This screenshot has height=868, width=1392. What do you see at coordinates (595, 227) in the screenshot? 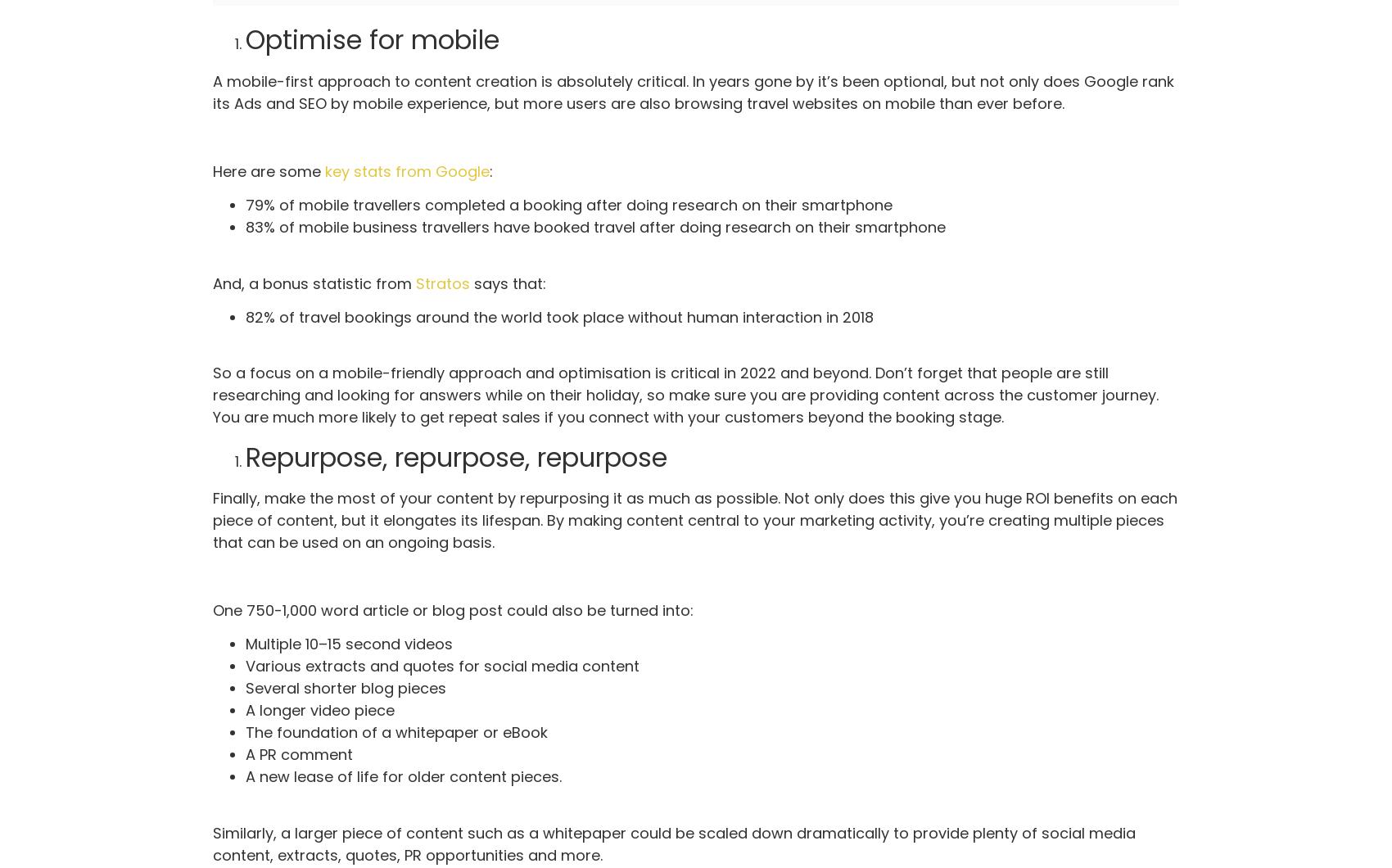
I see `'83% of mobile business travellers have booked travel after doing research on their smartphone'` at bounding box center [595, 227].